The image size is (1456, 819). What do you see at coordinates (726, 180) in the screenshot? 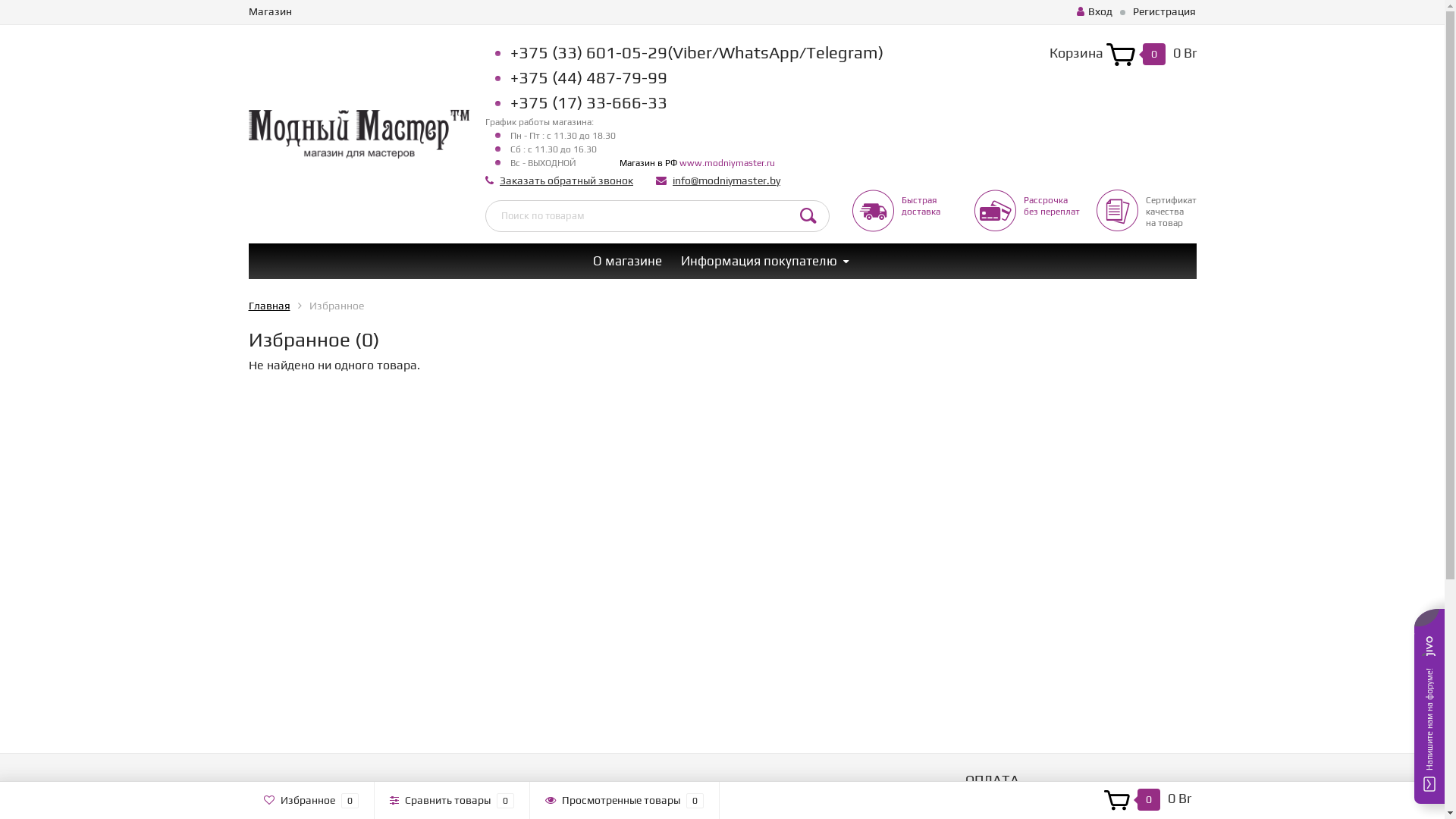
I see `'info@modniymaster.by'` at bounding box center [726, 180].